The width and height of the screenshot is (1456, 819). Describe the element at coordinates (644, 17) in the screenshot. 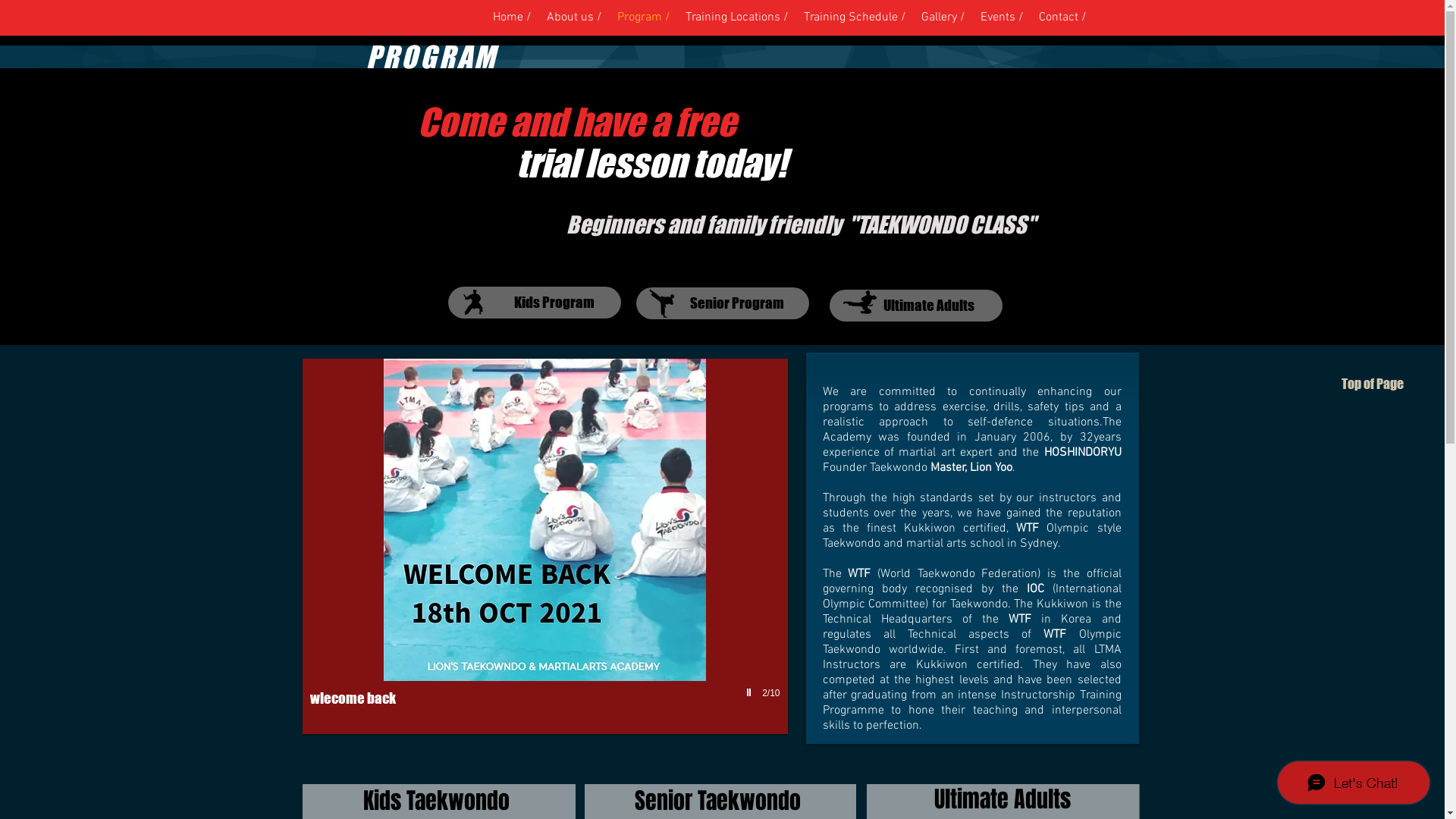

I see `'Program /'` at that location.